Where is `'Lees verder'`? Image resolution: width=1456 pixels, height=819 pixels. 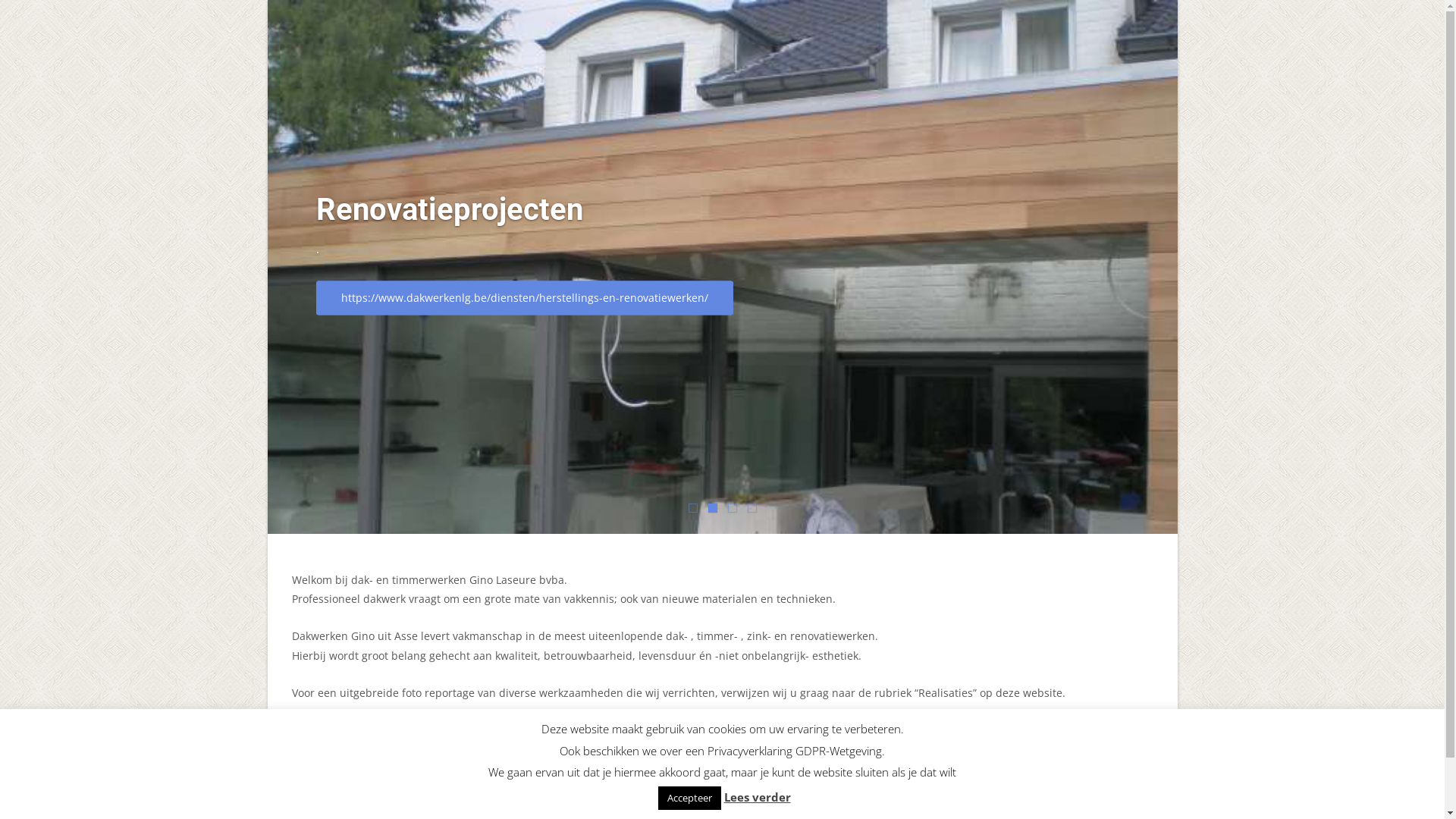 'Lees verder' is located at coordinates (723, 795).